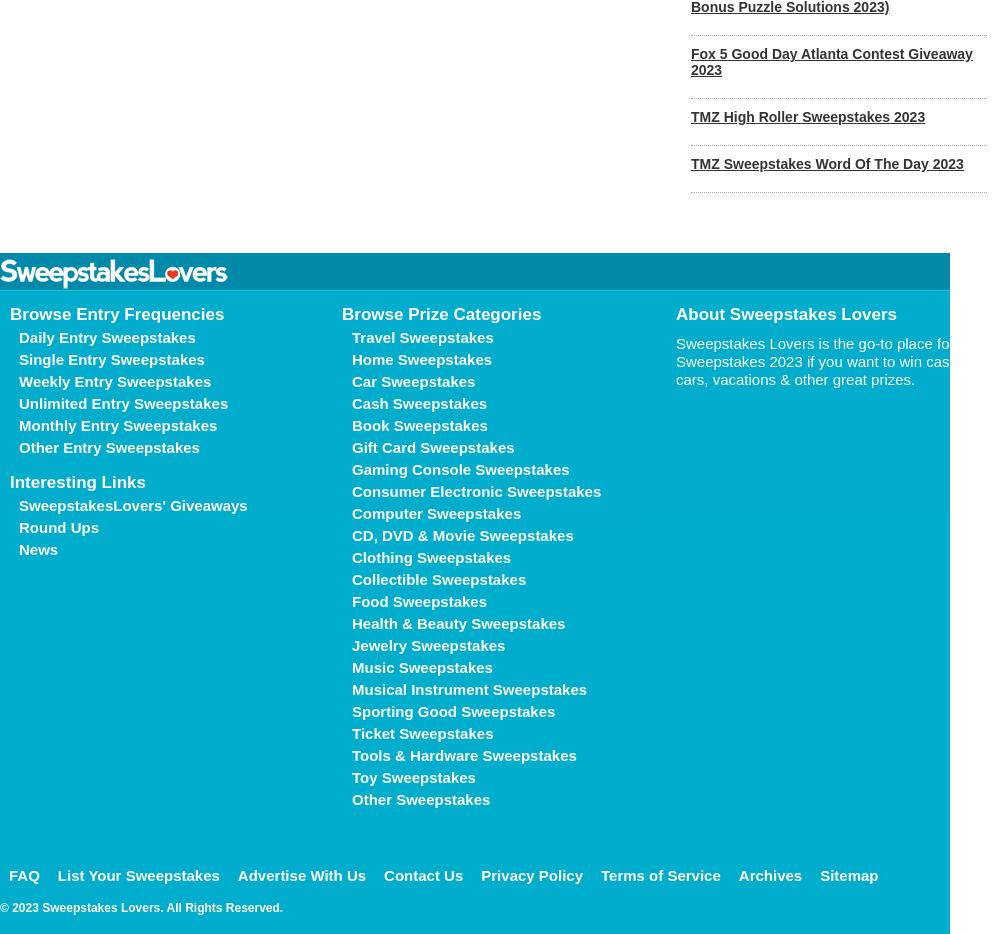  What do you see at coordinates (452, 711) in the screenshot?
I see `'Sporting Good Sweepstakes'` at bounding box center [452, 711].